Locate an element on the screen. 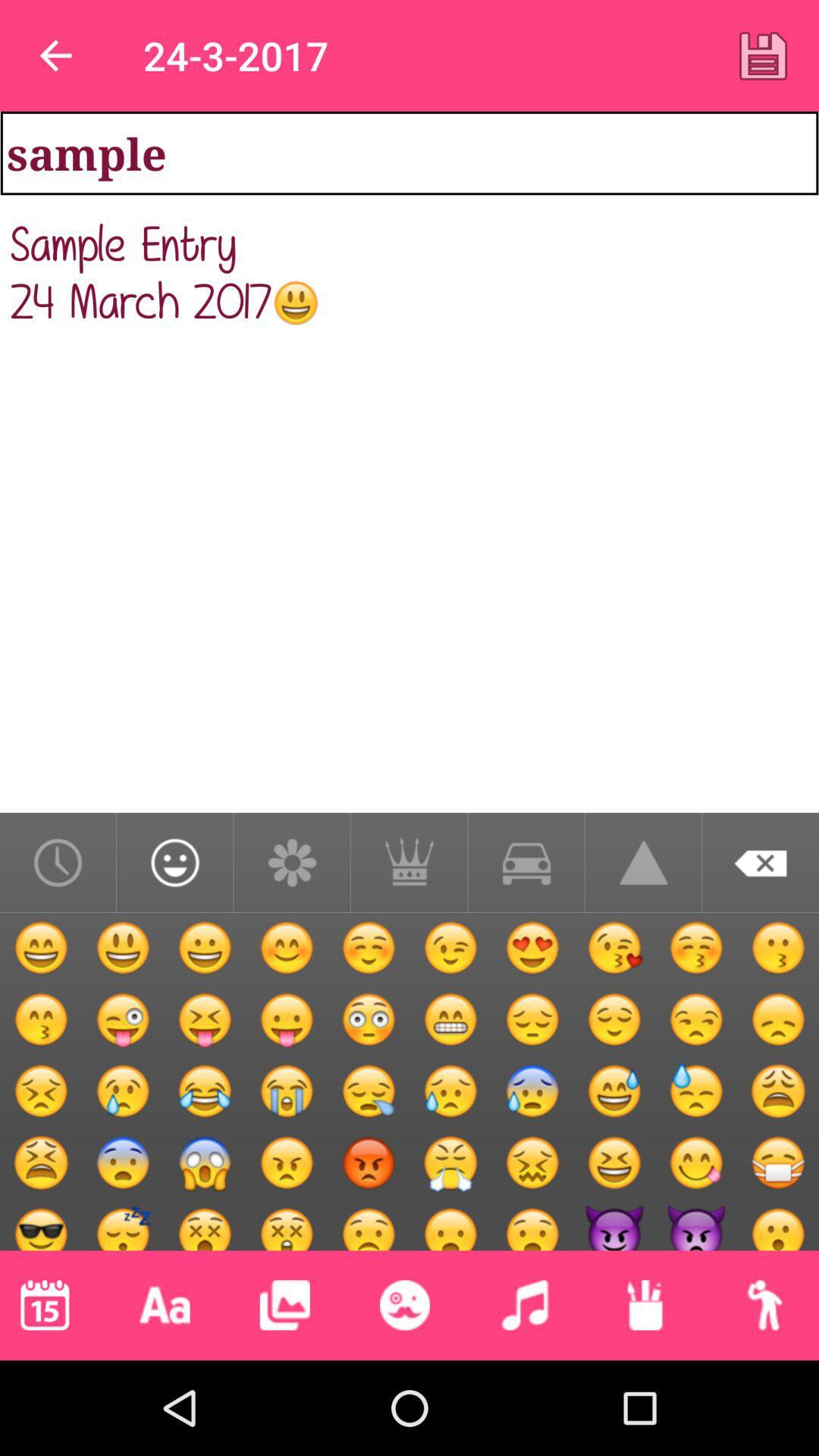  the emoji icon is located at coordinates (174, 862).